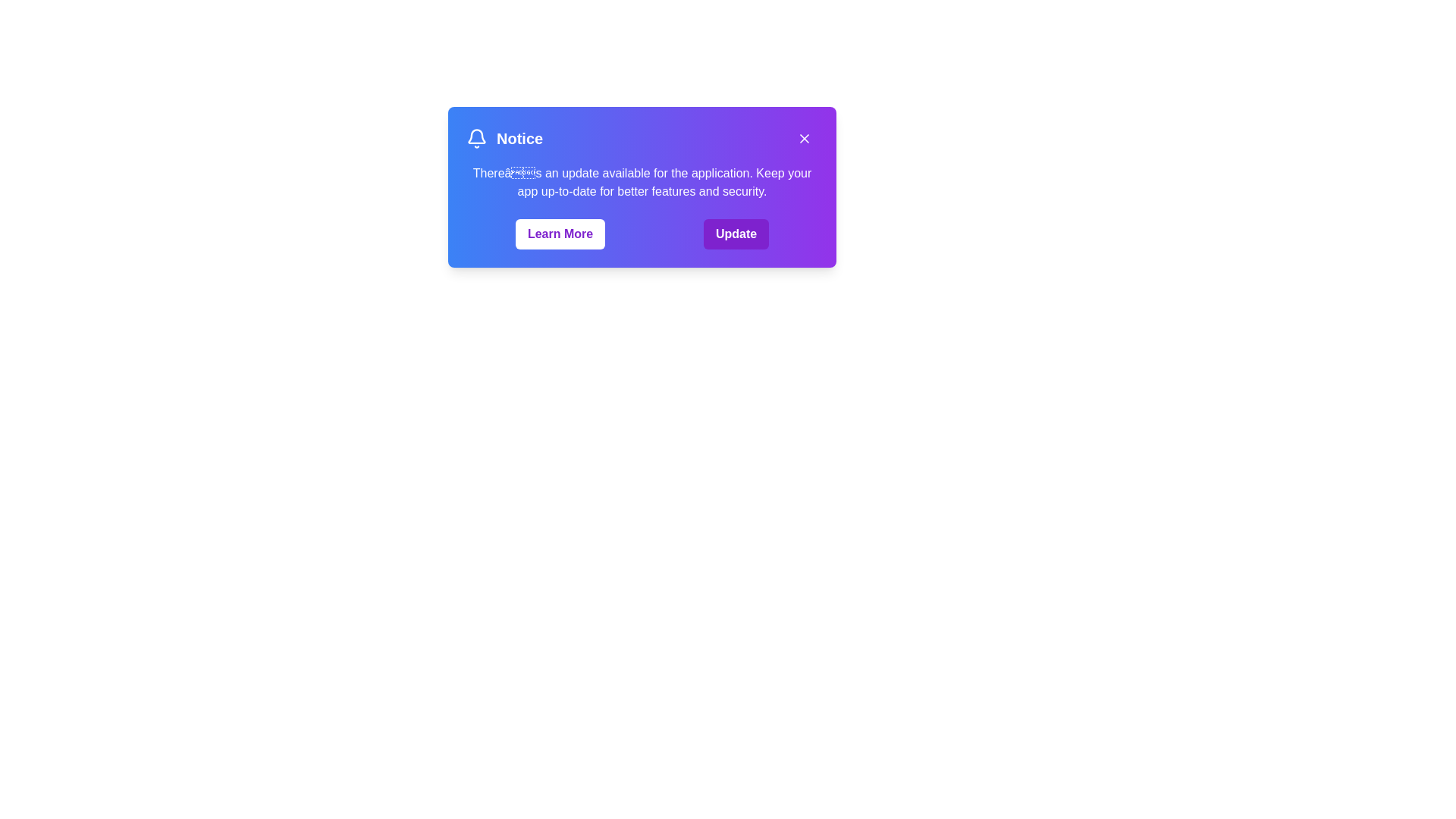 The image size is (1456, 819). Describe the element at coordinates (560, 234) in the screenshot. I see `'Learn More' button to navigate to more details` at that location.